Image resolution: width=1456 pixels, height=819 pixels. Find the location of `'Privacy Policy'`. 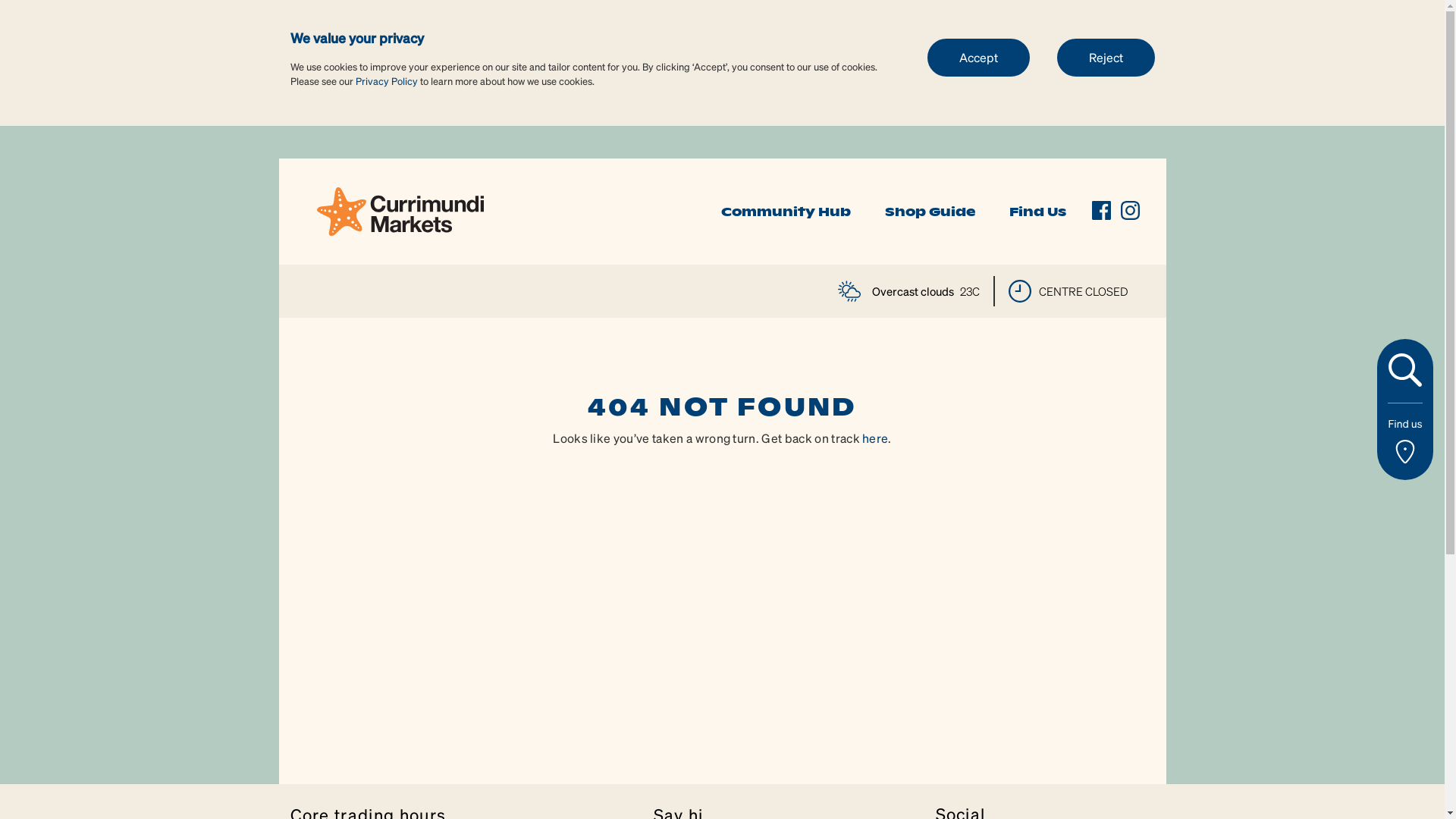

'Privacy Policy' is located at coordinates (353, 80).